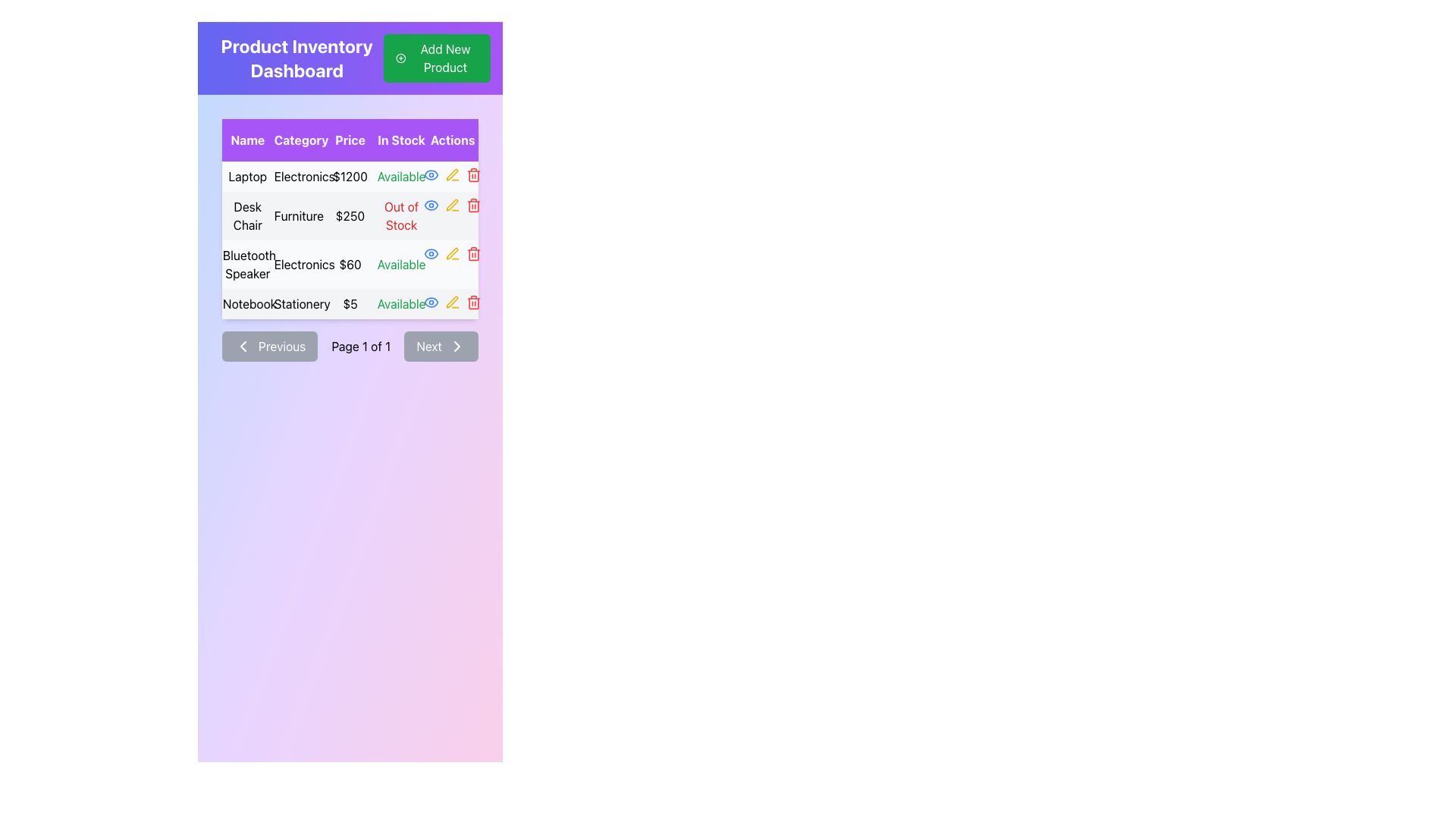 This screenshot has height=819, width=1456. What do you see at coordinates (452, 174) in the screenshot?
I see `the orange pencil-shaped icon located in the 'Actions' column of the first row of the product table` at bounding box center [452, 174].